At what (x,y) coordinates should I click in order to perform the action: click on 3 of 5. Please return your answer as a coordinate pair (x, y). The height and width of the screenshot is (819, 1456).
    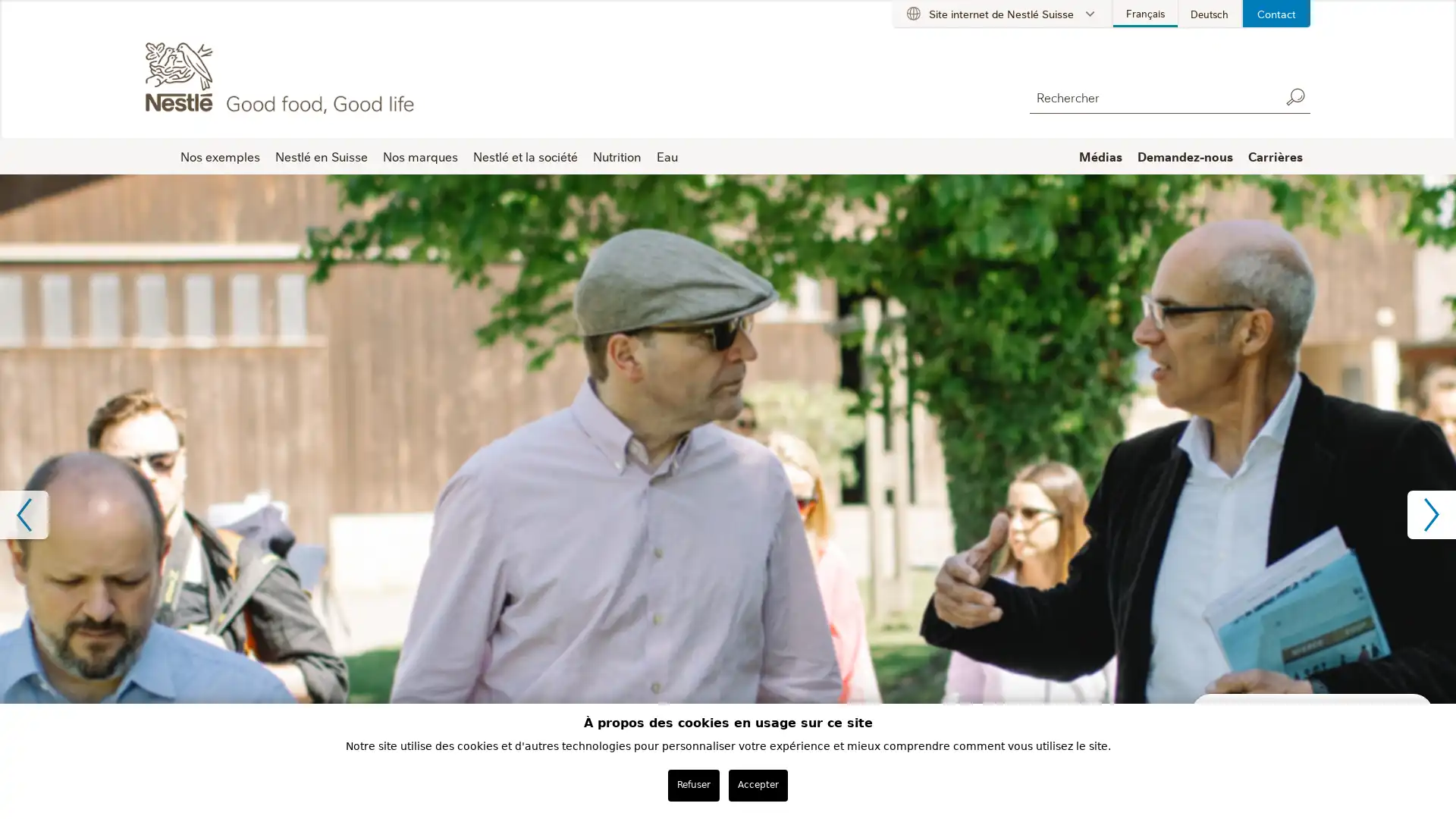
    Looking at the image, I should click on (728, 614).